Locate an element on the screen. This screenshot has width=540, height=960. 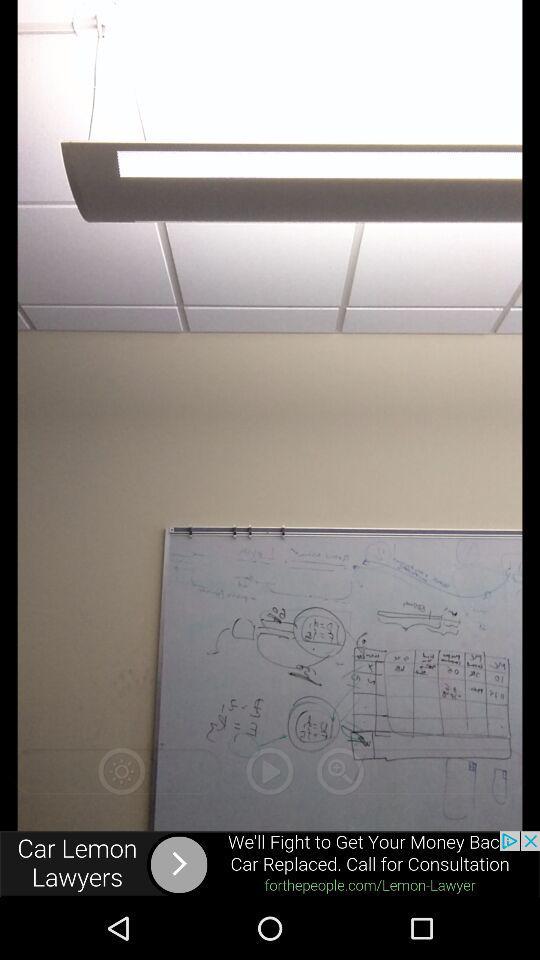
forthepeople.com/lemon-lawyer site page is located at coordinates (270, 863).